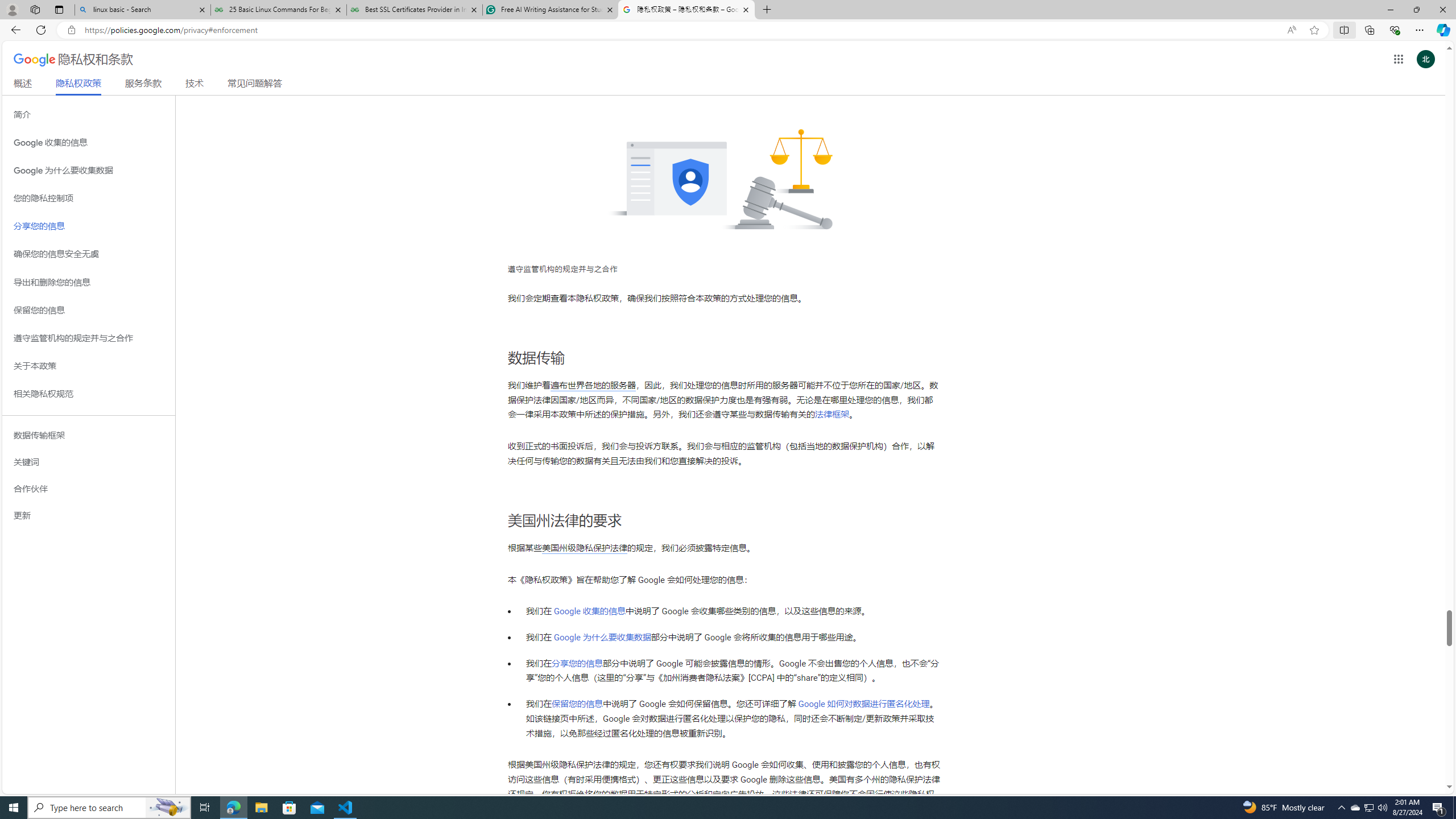 The image size is (1456, 819). Describe the element at coordinates (142, 9) in the screenshot. I see `'linux basic - Search'` at that location.